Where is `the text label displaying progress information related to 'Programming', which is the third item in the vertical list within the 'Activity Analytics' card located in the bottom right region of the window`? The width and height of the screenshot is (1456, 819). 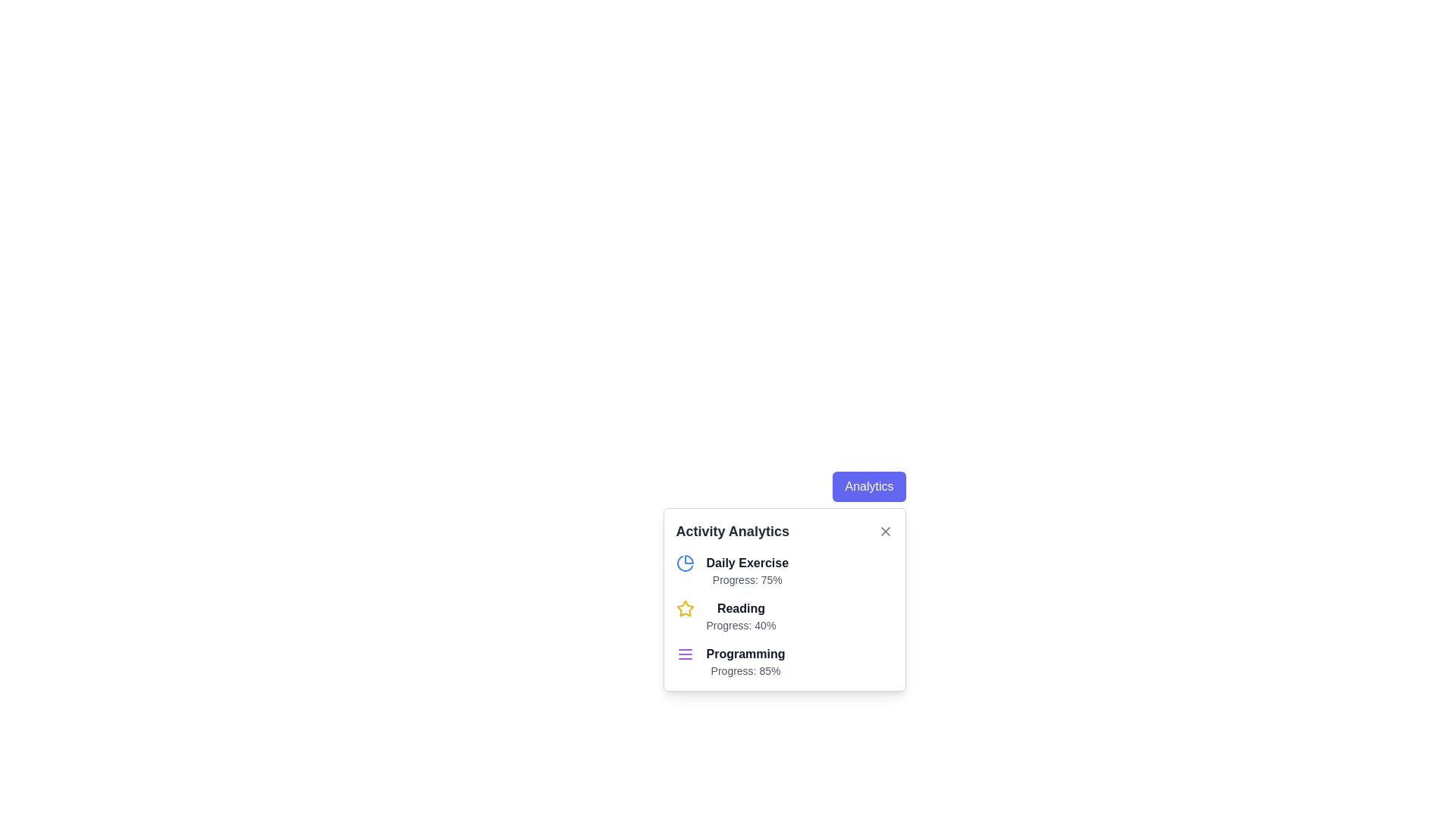 the text label displaying progress information related to 'Programming', which is the third item in the vertical list within the 'Activity Analytics' card located in the bottom right region of the window is located at coordinates (784, 661).